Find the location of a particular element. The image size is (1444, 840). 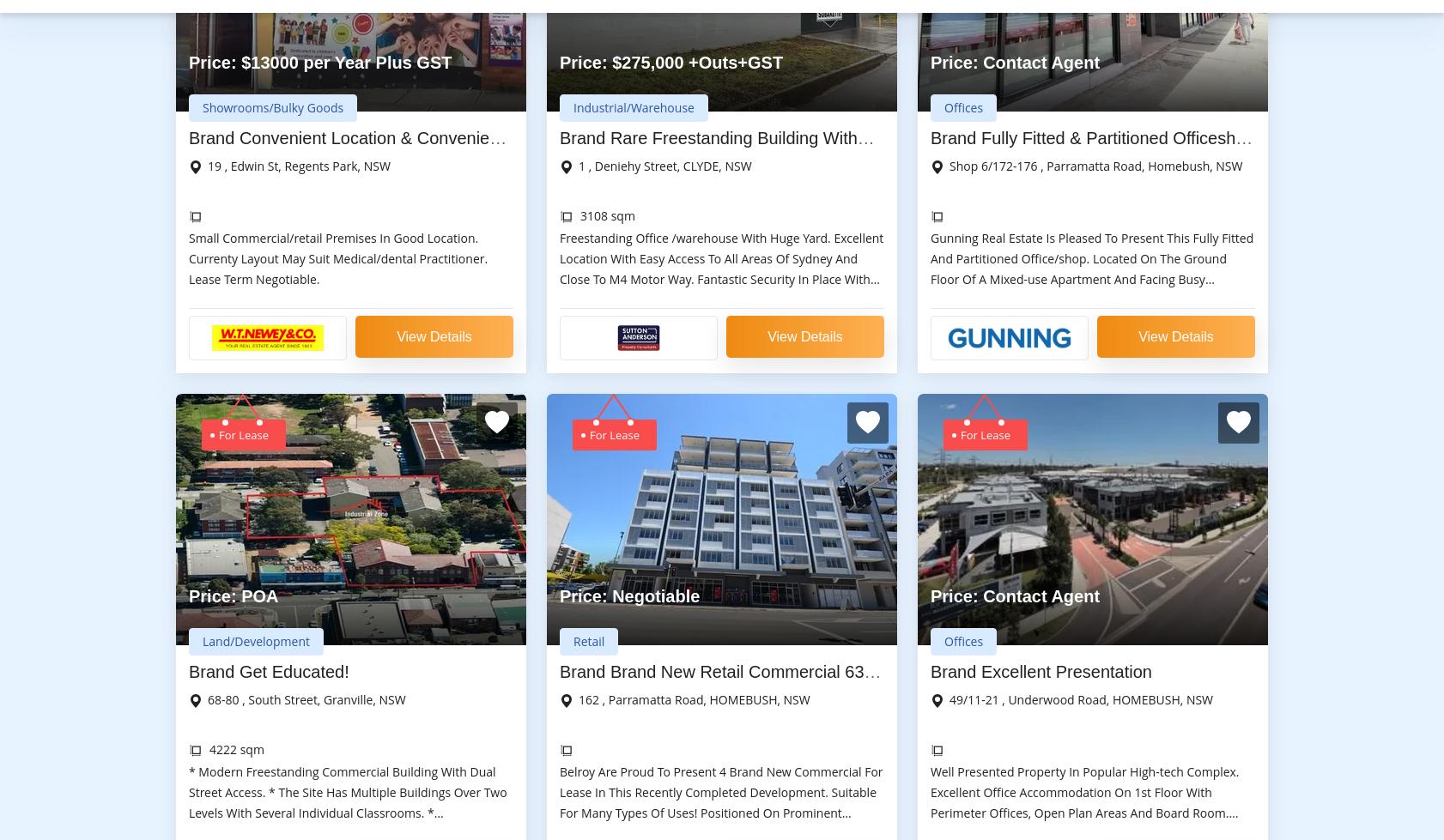

'Commercial Properties For Lease Melbourne, VIC' is located at coordinates (848, 518).